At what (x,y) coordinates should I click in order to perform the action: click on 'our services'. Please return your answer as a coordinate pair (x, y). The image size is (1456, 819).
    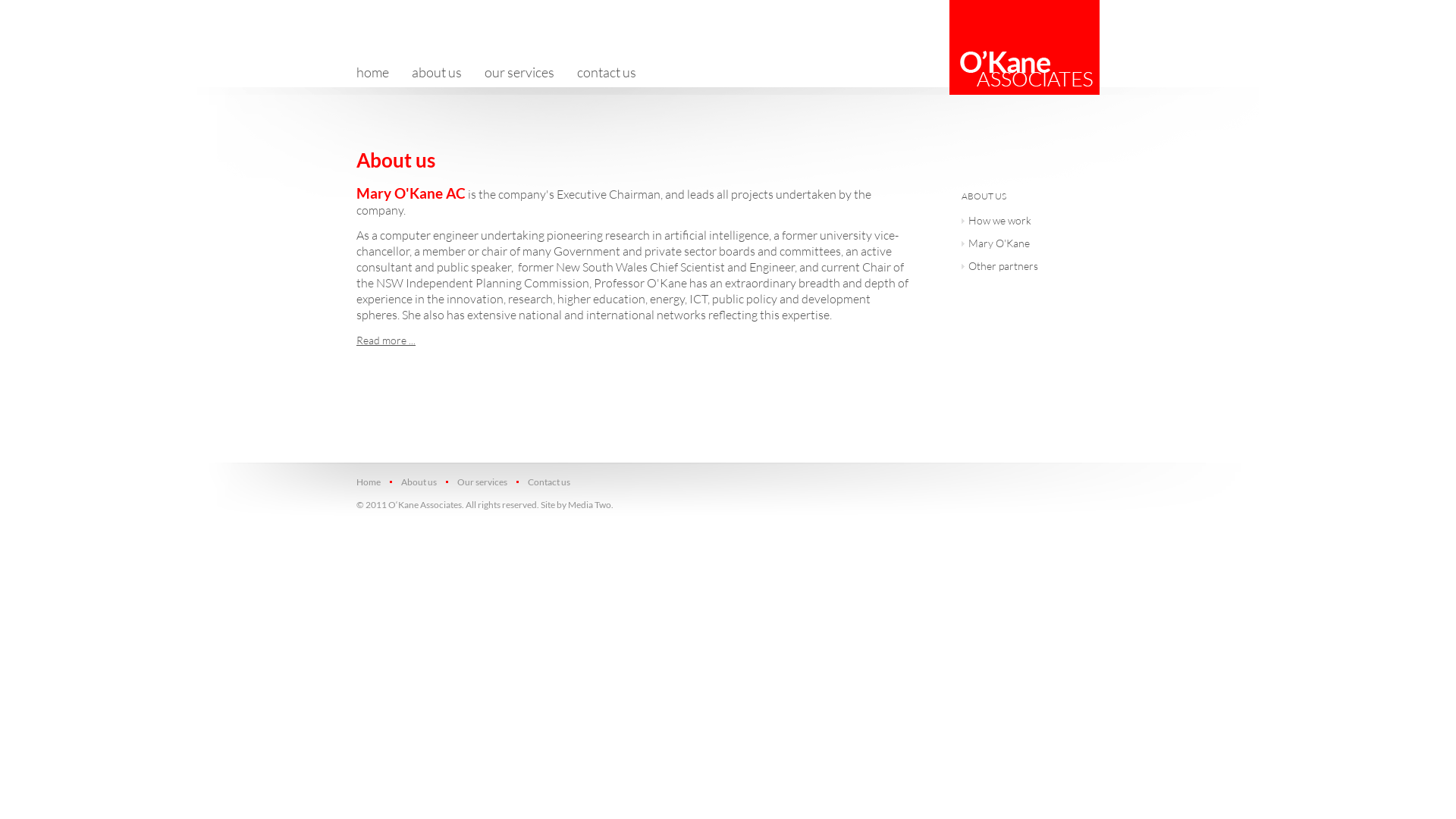
    Looking at the image, I should click on (519, 72).